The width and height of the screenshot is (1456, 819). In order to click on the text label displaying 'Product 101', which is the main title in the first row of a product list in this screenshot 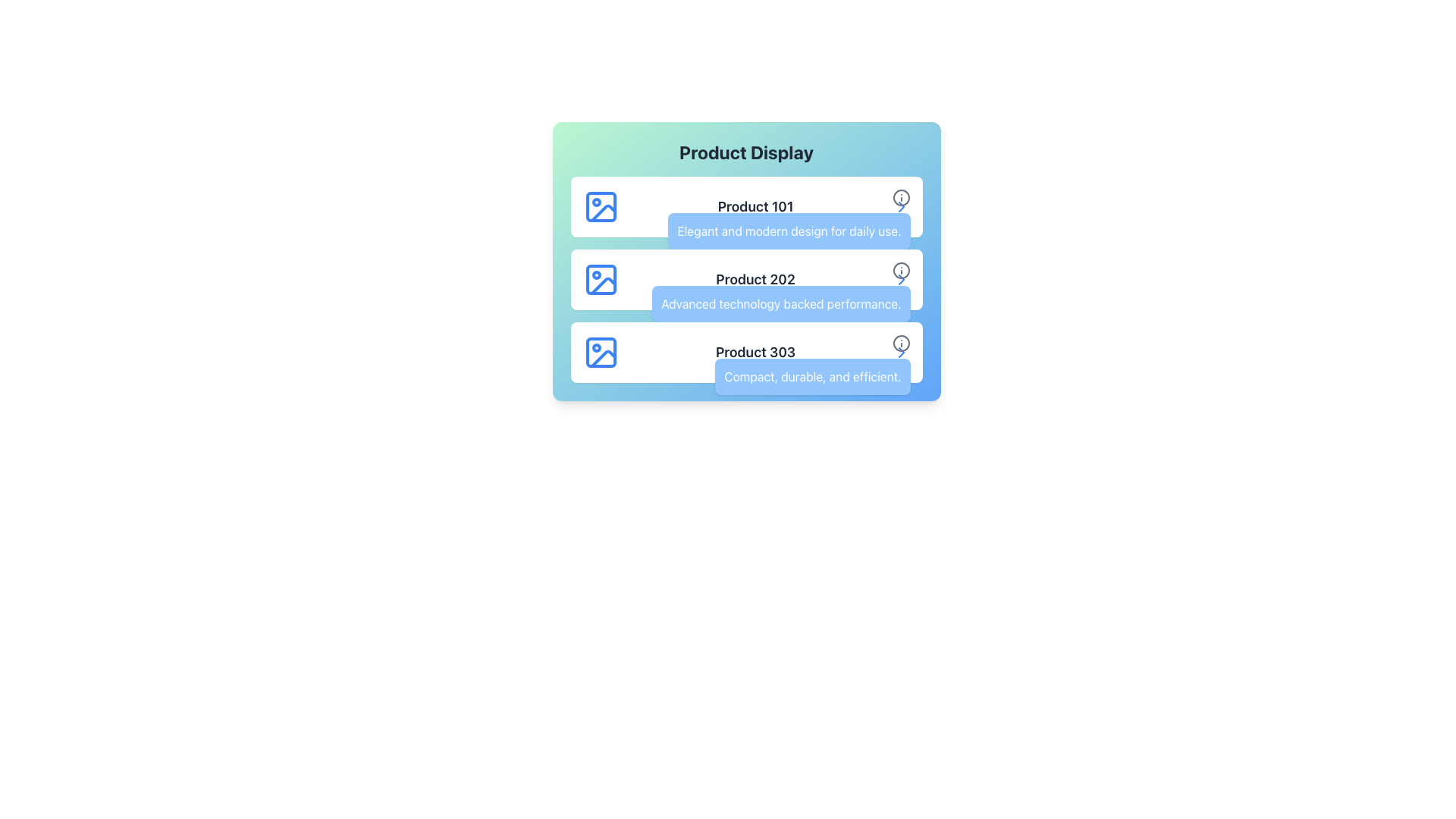, I will do `click(755, 207)`.